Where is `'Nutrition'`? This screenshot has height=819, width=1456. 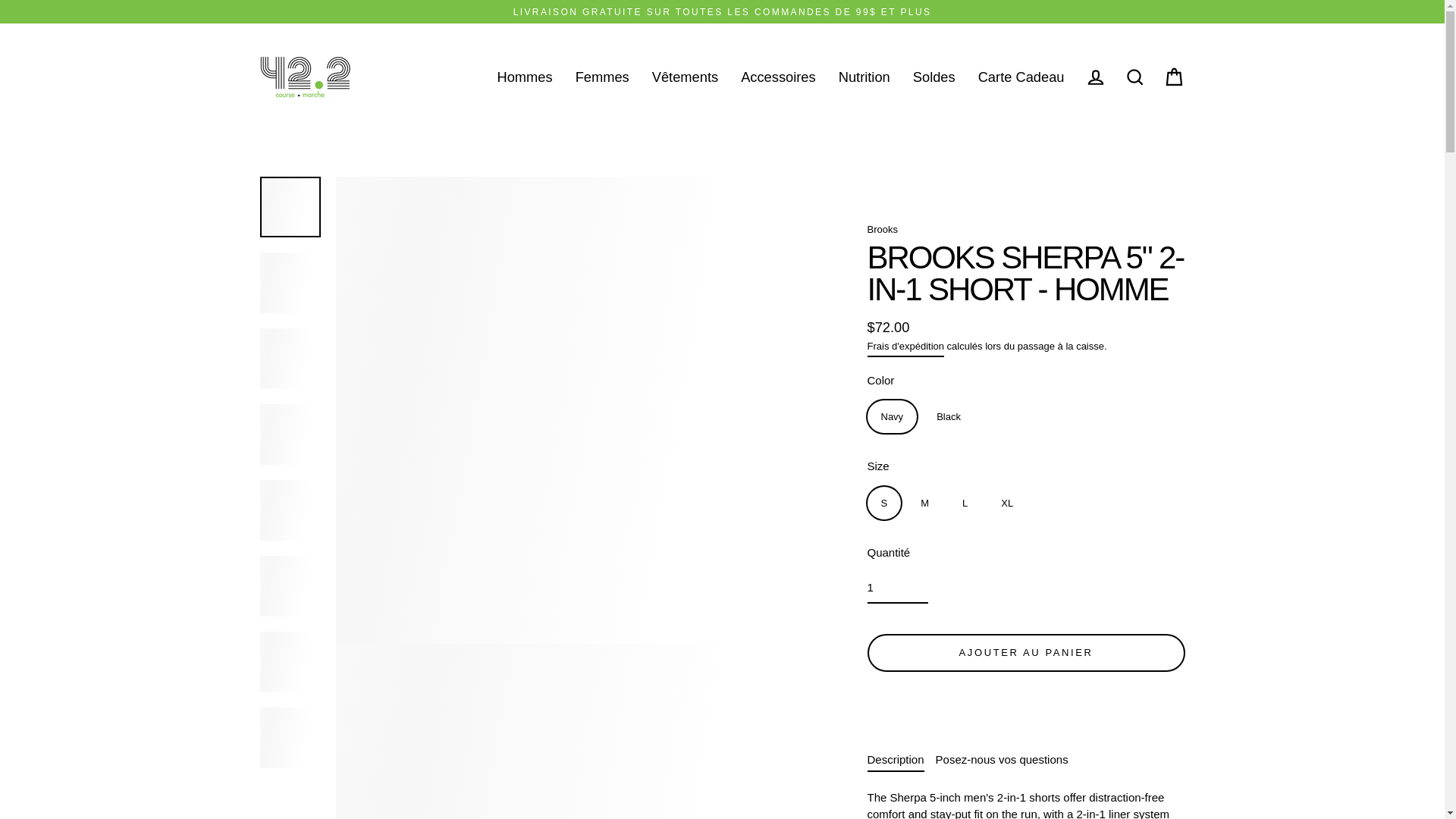 'Nutrition' is located at coordinates (864, 77).